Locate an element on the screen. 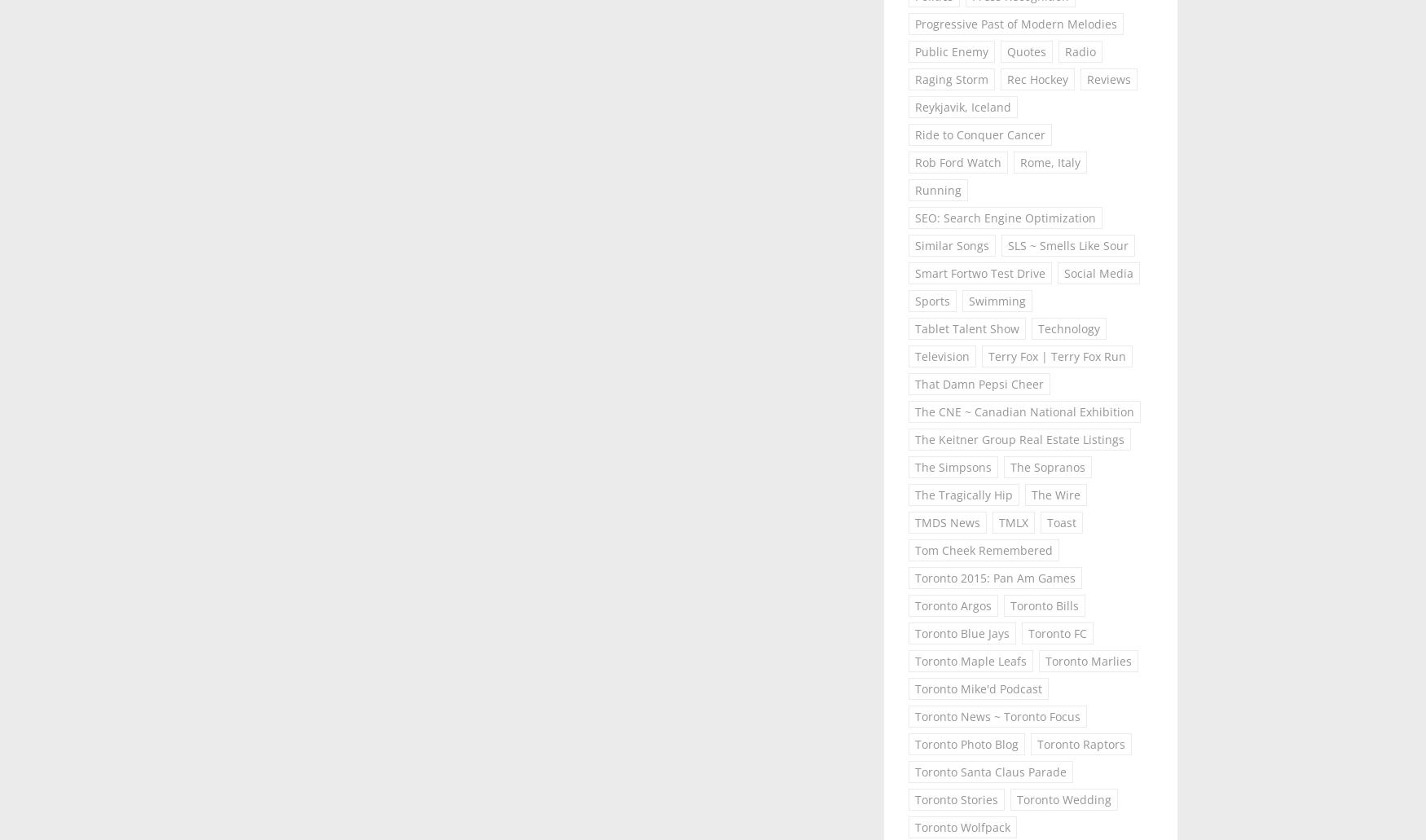 The image size is (1426, 840). 'The Sopranos' is located at coordinates (1047, 465).